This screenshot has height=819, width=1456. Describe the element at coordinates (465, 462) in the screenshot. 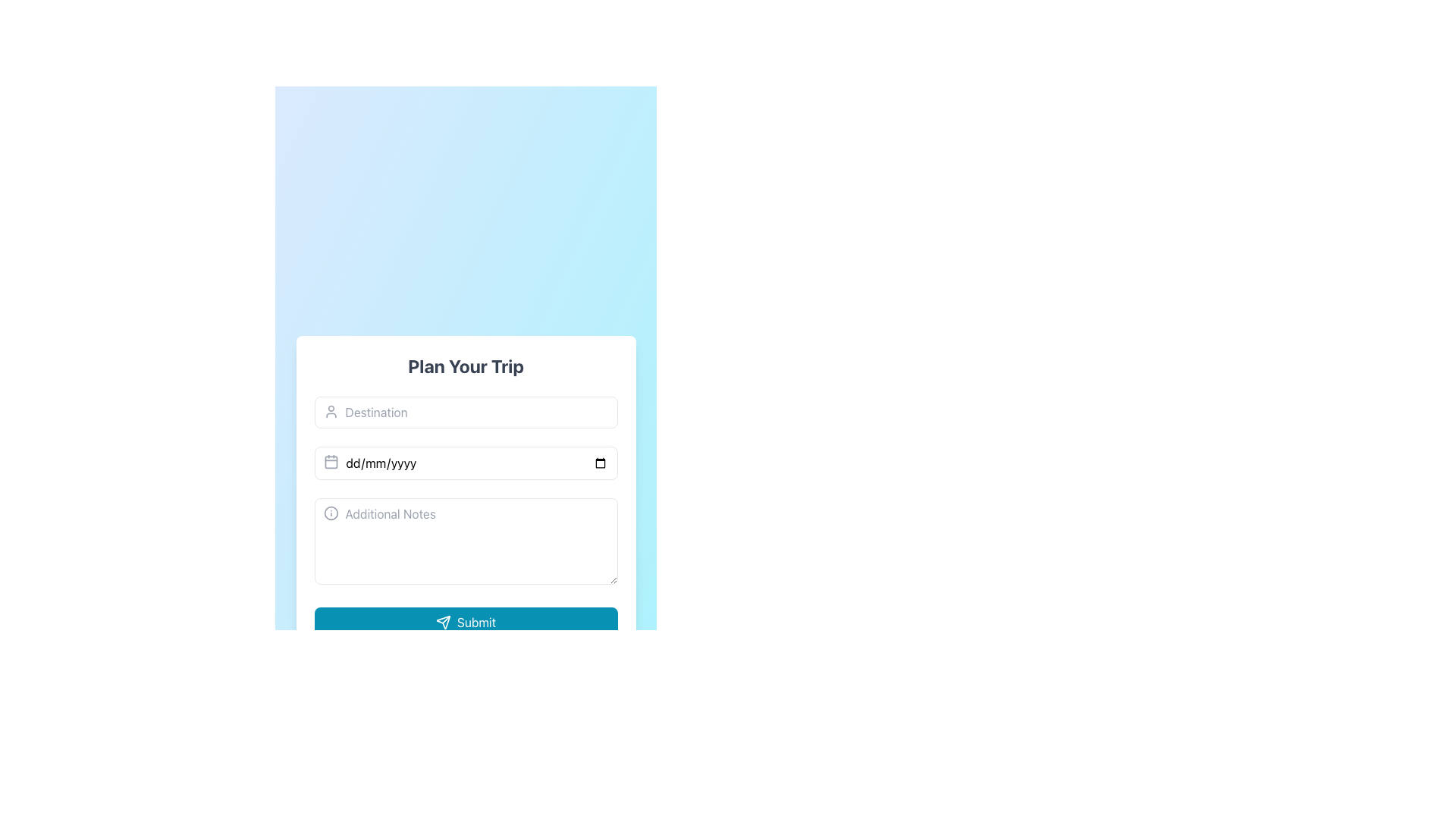

I see `the Date Picker input field located in the 'Plan Your Trip' section, beneath the 'Destination' input field and above the 'Additional Notes' input area to focus the input field` at that location.